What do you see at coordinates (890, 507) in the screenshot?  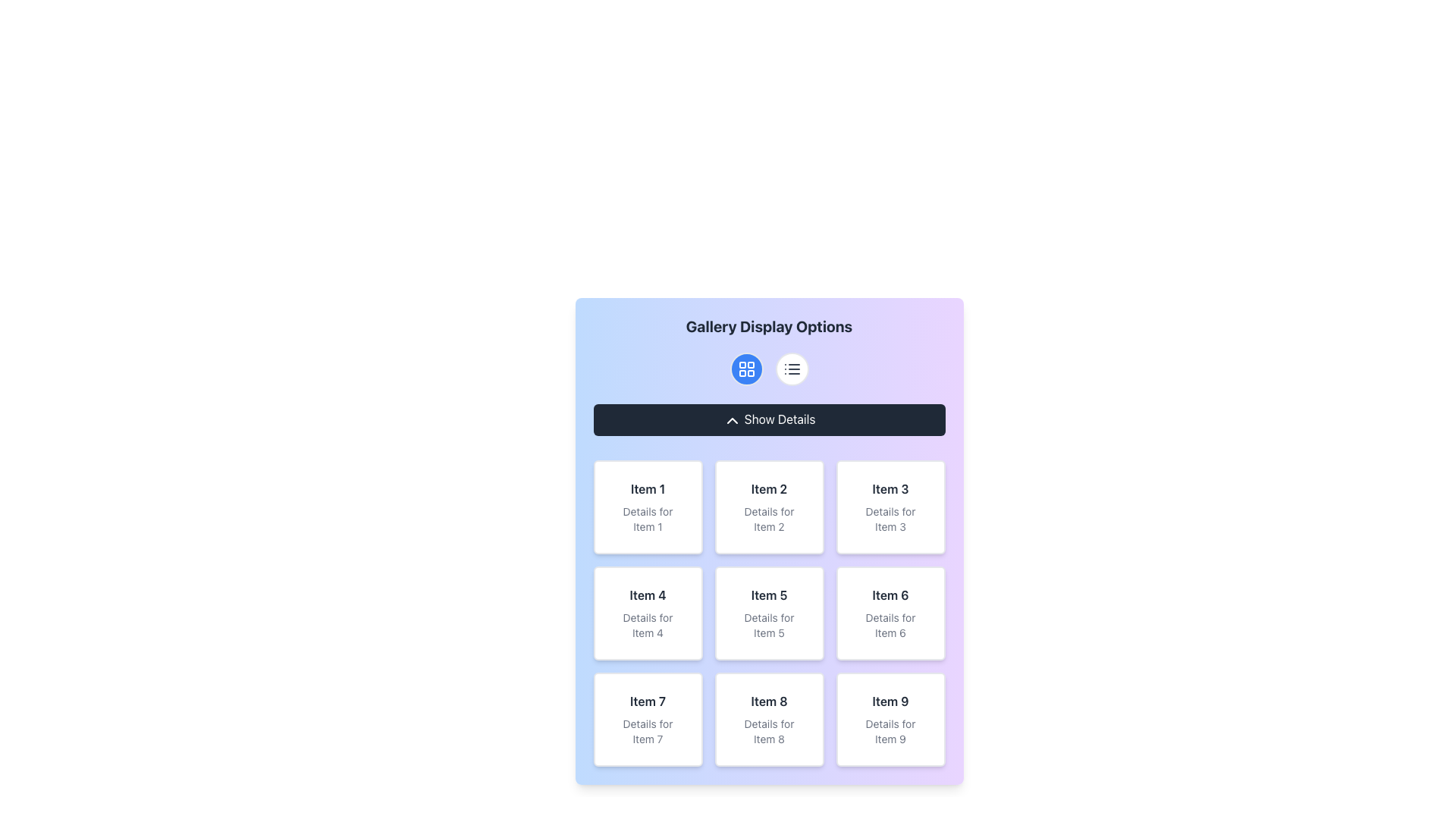 I see `the Card Component displaying 'Item 3' located in the top-right corner of the grid` at bounding box center [890, 507].